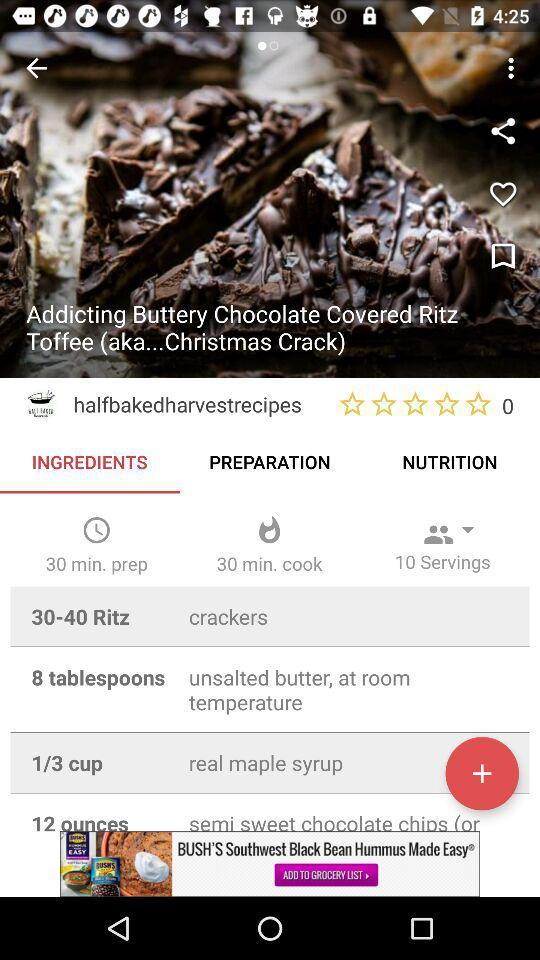 This screenshot has height=960, width=540. Describe the element at coordinates (481, 772) in the screenshot. I see `the add icon` at that location.